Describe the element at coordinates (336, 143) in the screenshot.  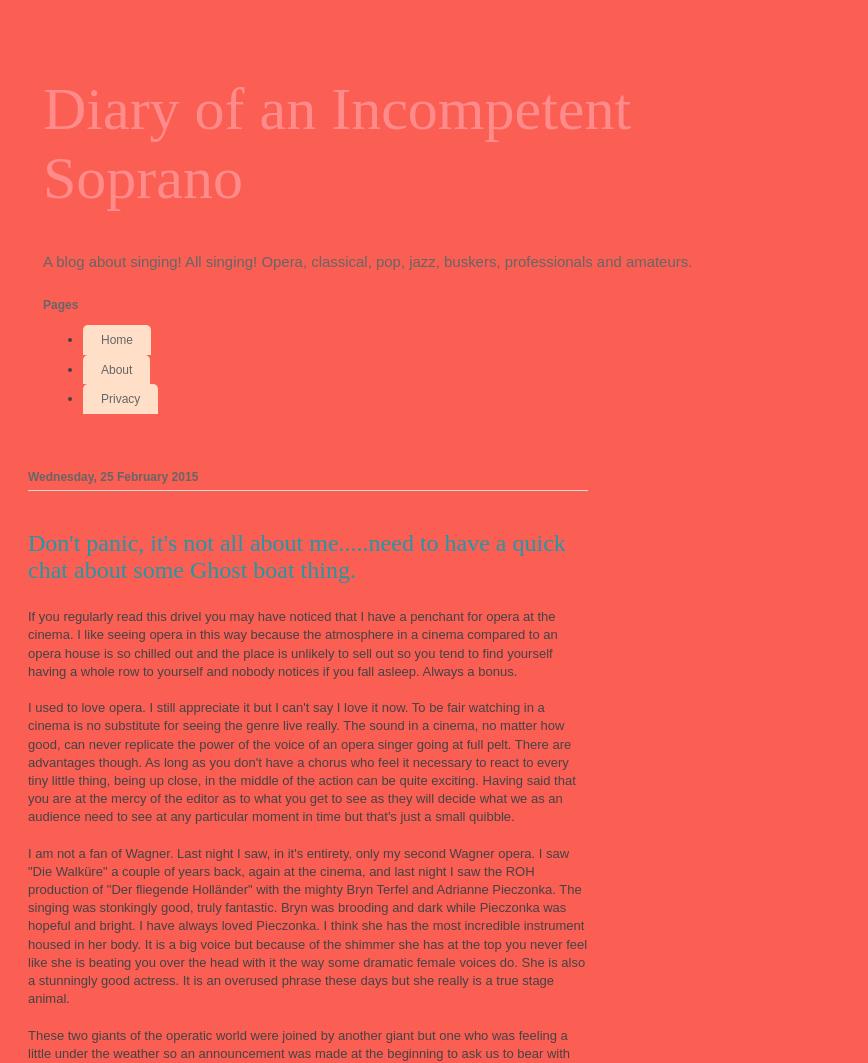
I see `'Diary of an Incompetent Soprano'` at that location.